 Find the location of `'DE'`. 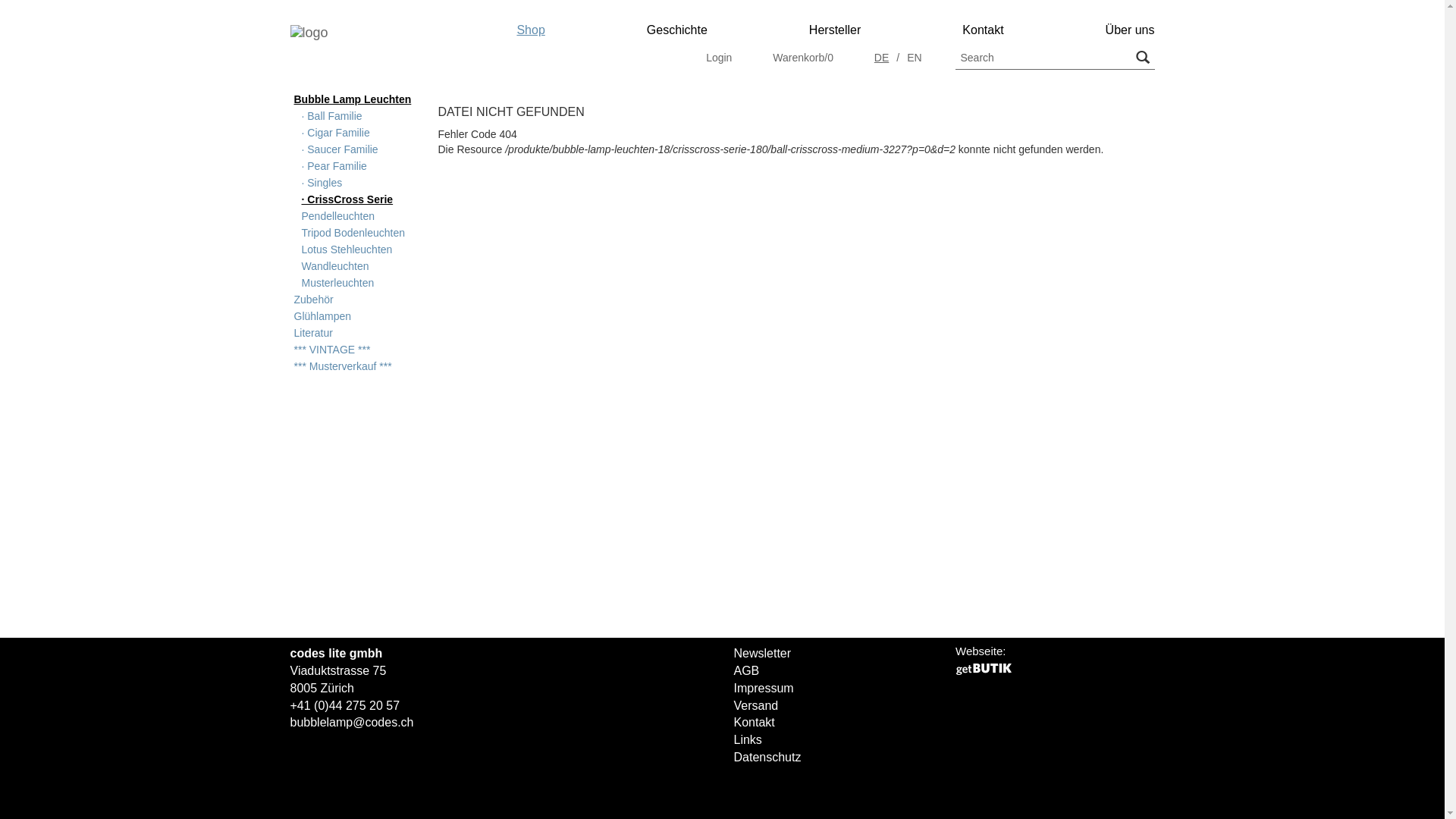

'DE' is located at coordinates (881, 57).